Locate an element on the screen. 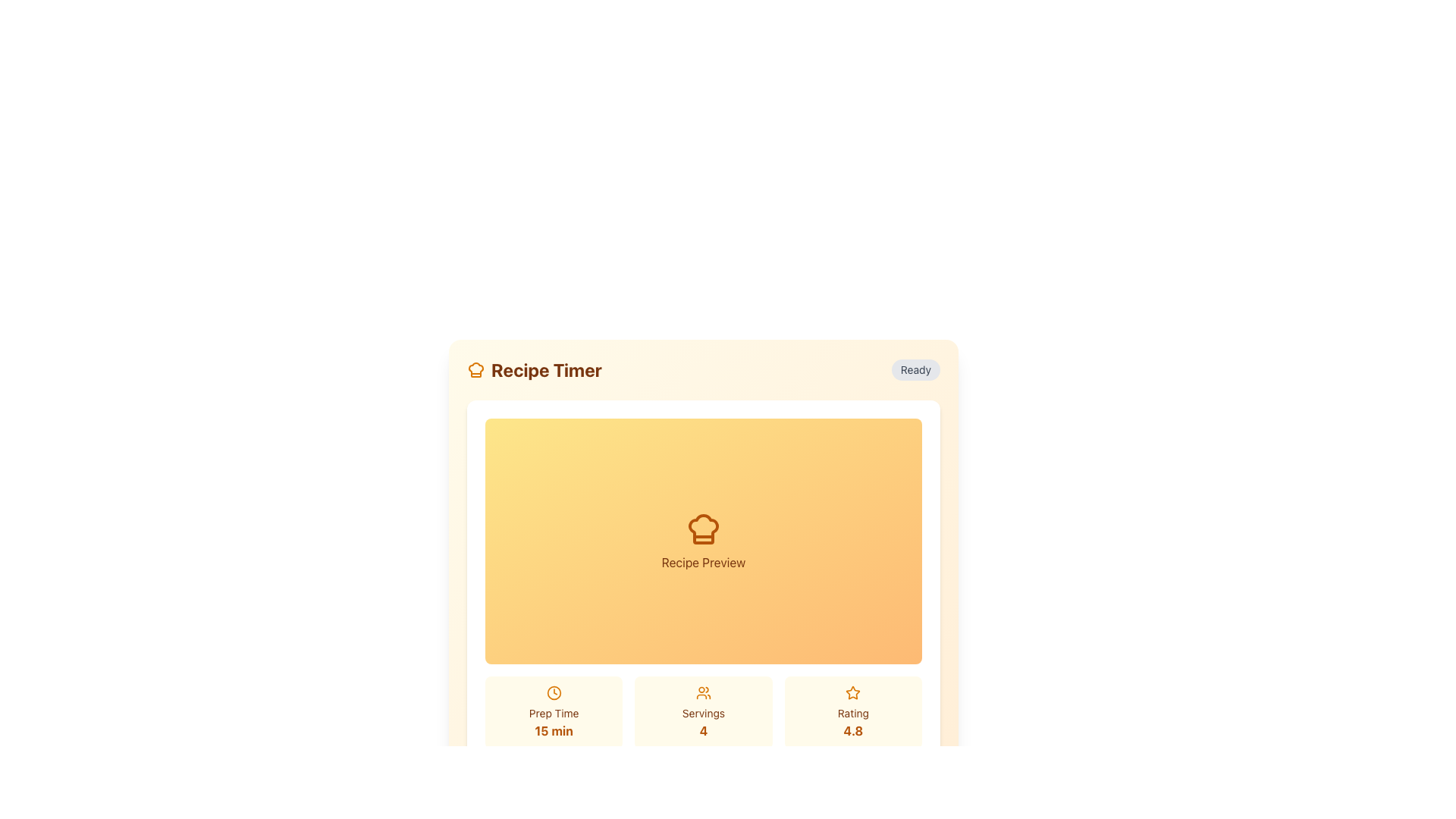 This screenshot has width=1456, height=819. the Informational card that contains the icon of a group of people, the text 'Servings', and the number '4', located in the center of the row beneath the 'Recipe Preview' section is located at coordinates (702, 713).